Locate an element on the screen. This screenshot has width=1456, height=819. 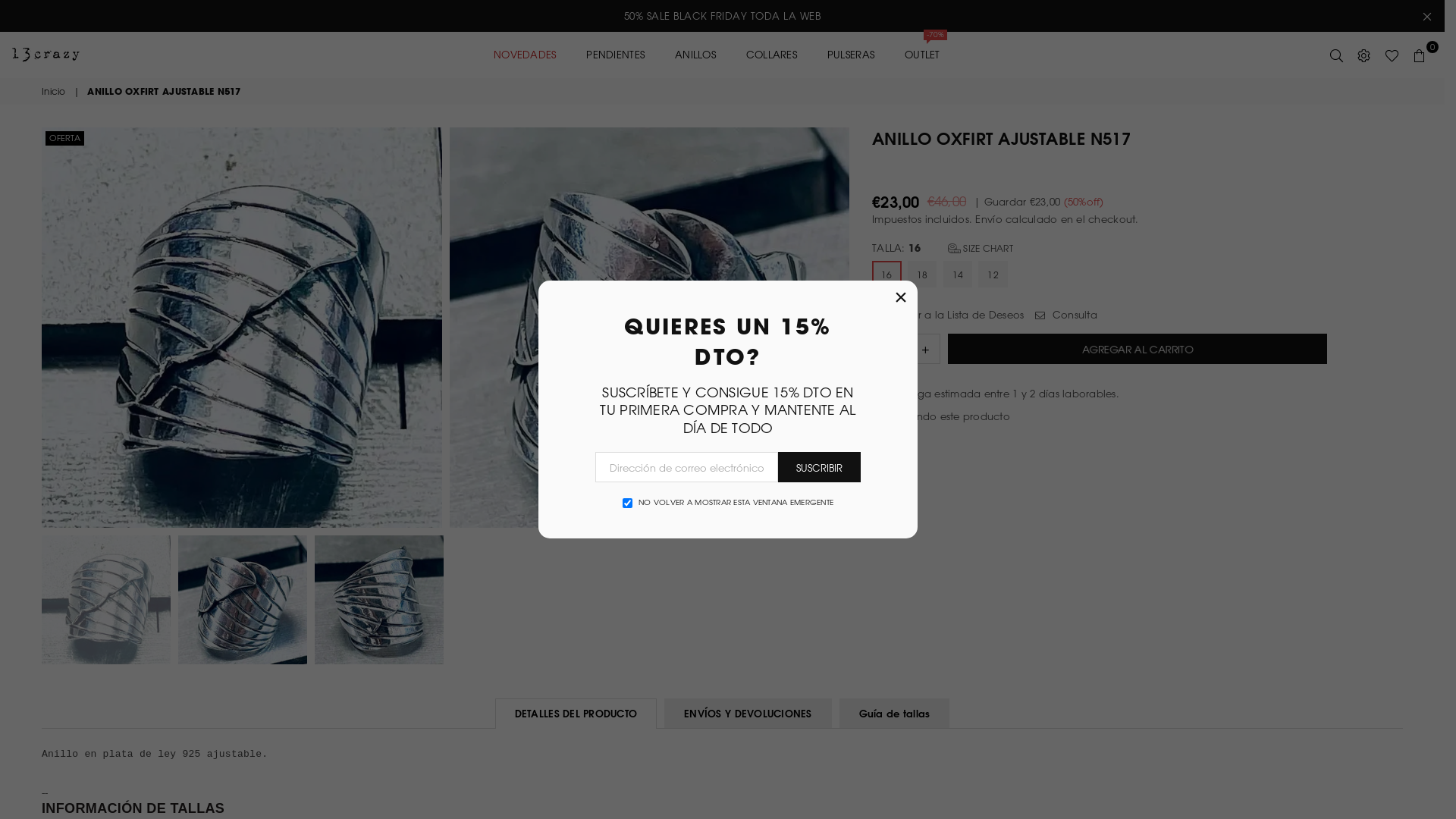
'Inicio' is located at coordinates (55, 91).